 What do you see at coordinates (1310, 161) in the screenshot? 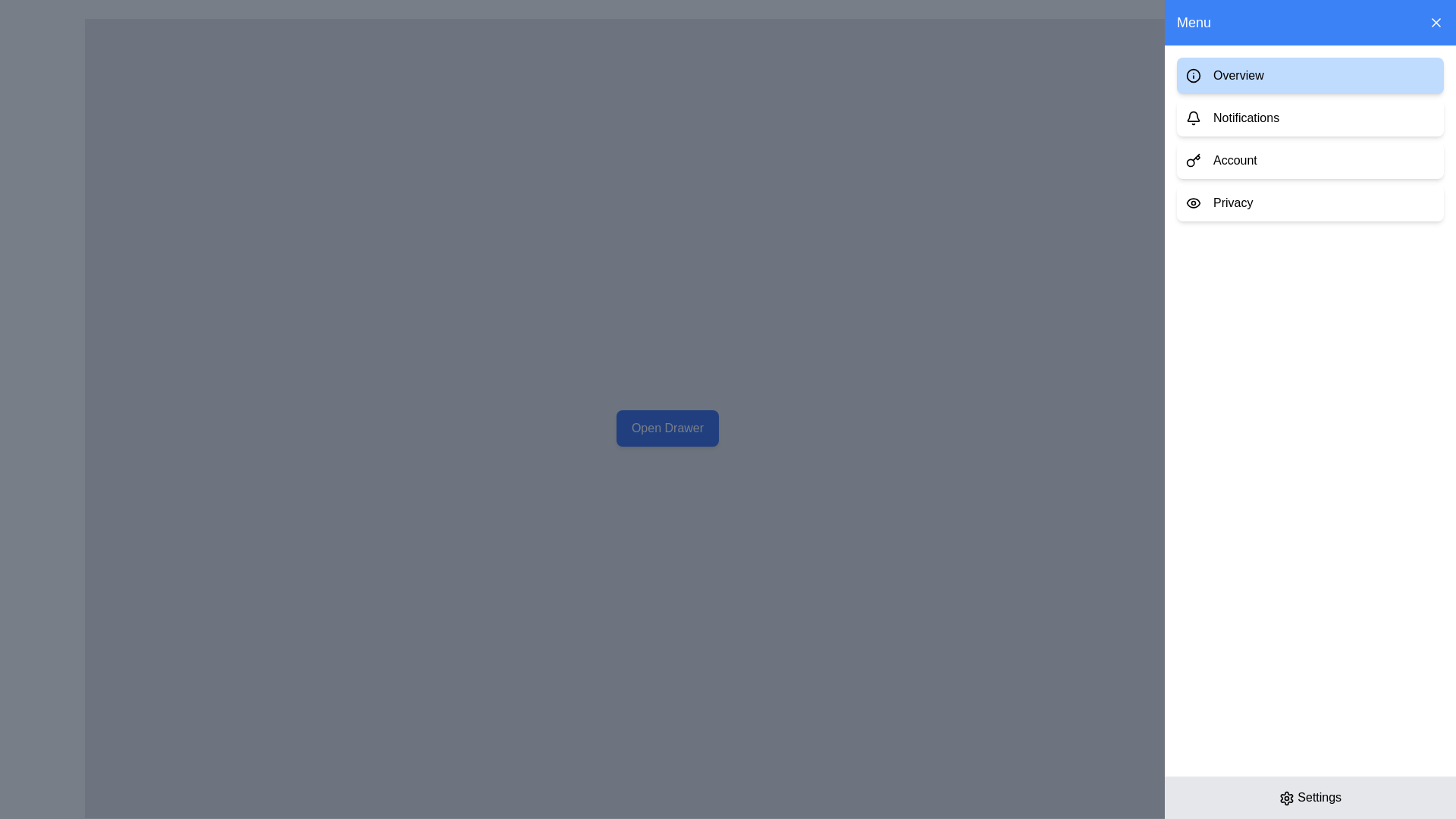
I see `the navigation button located in the right-side menu, positioned between the 'Notifications' and 'Privacy' buttons` at bounding box center [1310, 161].